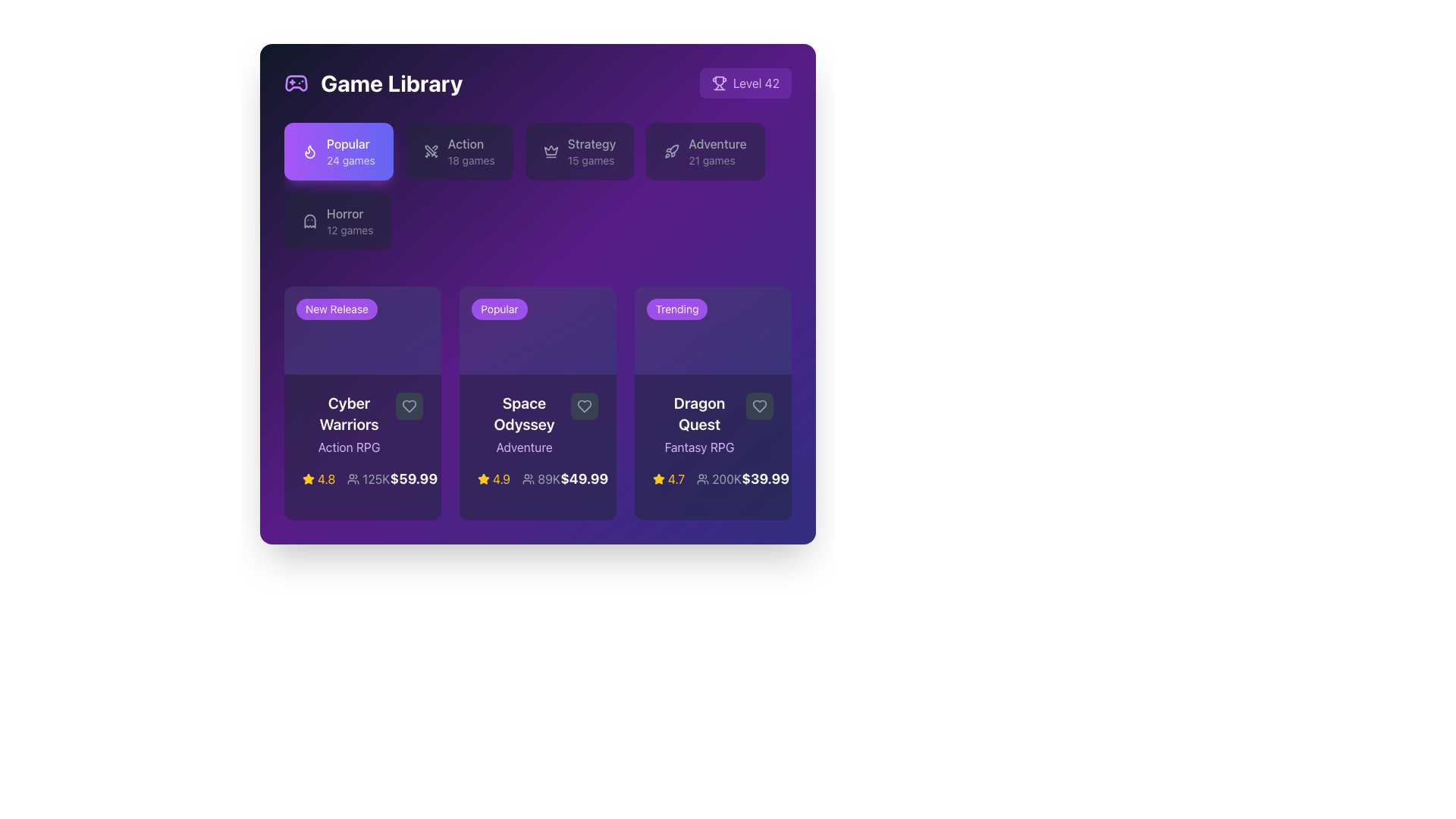 The height and width of the screenshot is (819, 1456). I want to click on text label indicating the user count for the 'Dragon Quest' game, which is positioned below the rating score and next to the user icon within the game card, so click(726, 479).